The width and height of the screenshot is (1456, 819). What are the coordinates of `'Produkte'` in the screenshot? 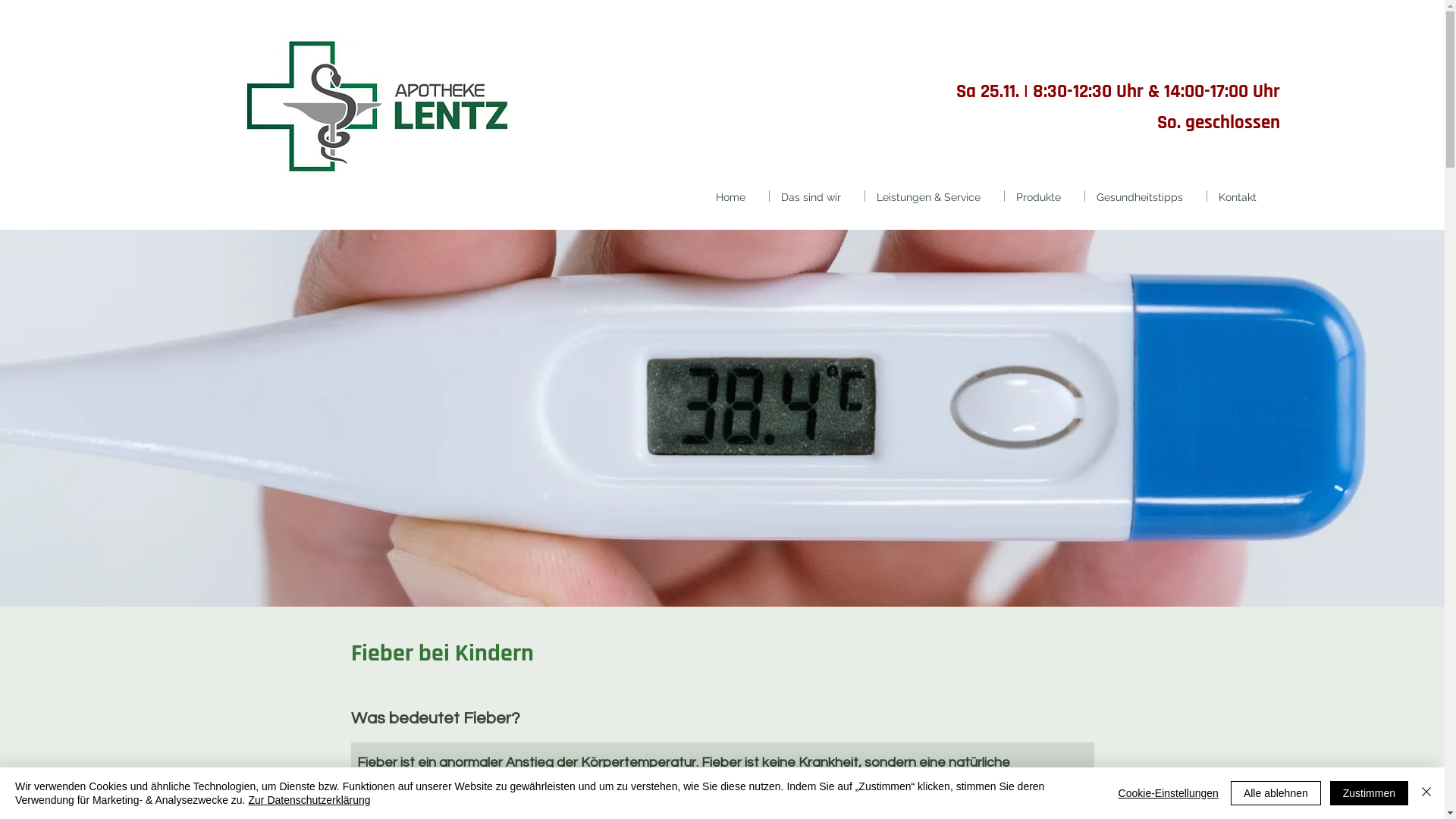 It's located at (1004, 195).